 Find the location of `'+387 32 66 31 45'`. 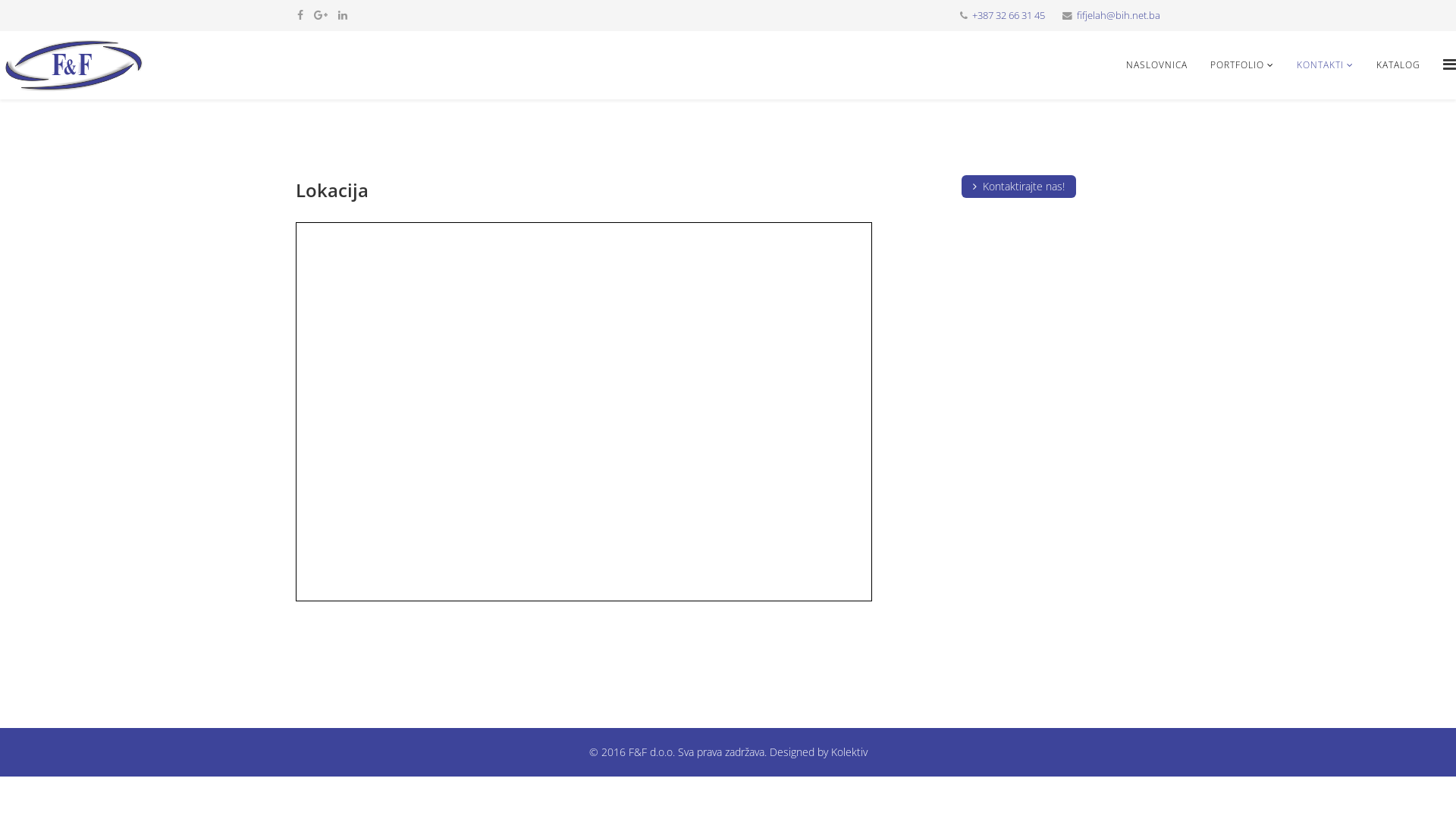

'+387 32 66 31 45' is located at coordinates (1008, 15).